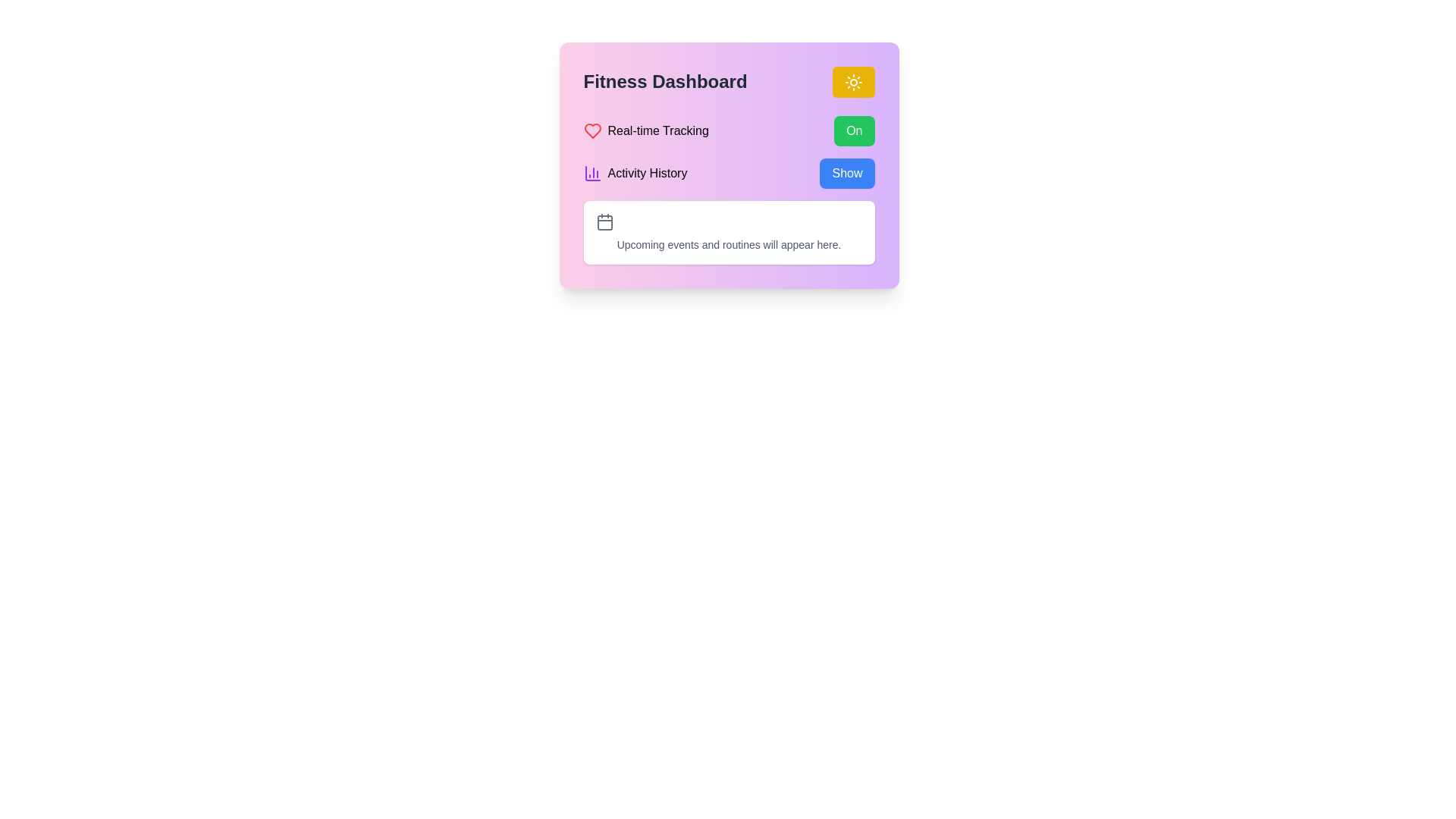  What do you see at coordinates (648, 172) in the screenshot?
I see `the text label reading 'Activity History' which is positioned below the 'Real-time Tracking' label and above the calendar widget, accompanied by a bar chart icon` at bounding box center [648, 172].